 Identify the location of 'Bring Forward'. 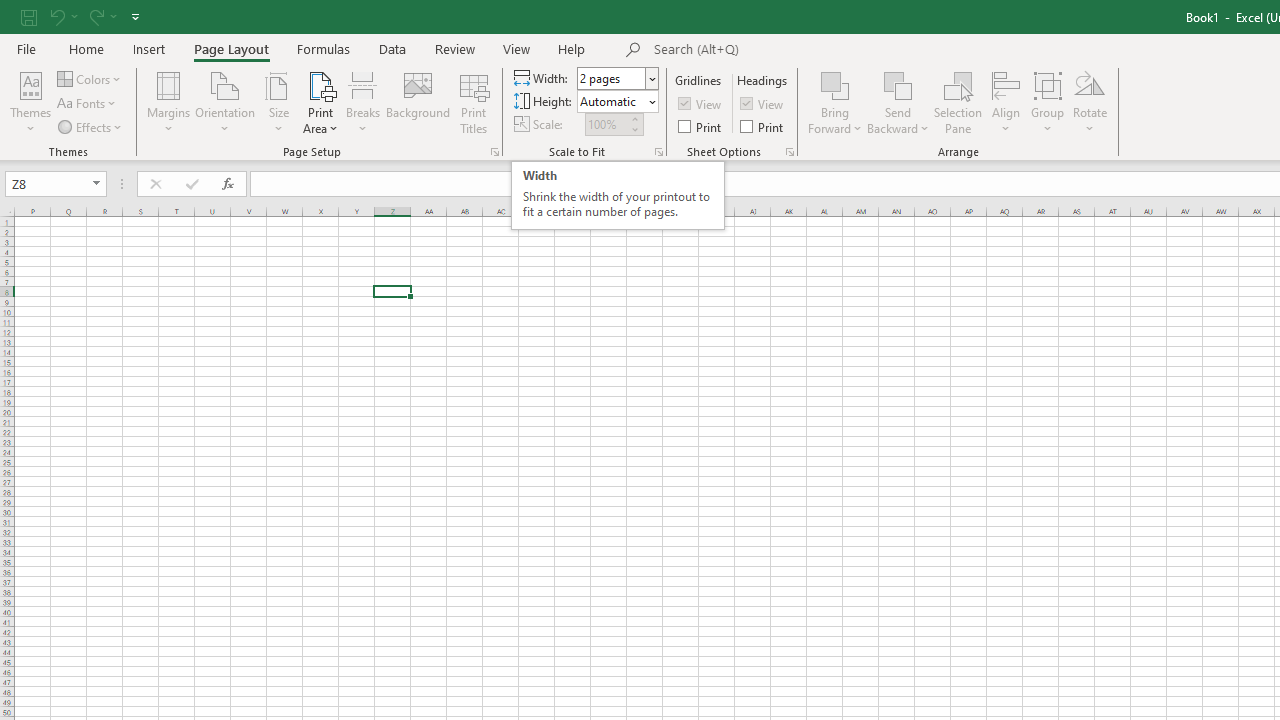
(835, 84).